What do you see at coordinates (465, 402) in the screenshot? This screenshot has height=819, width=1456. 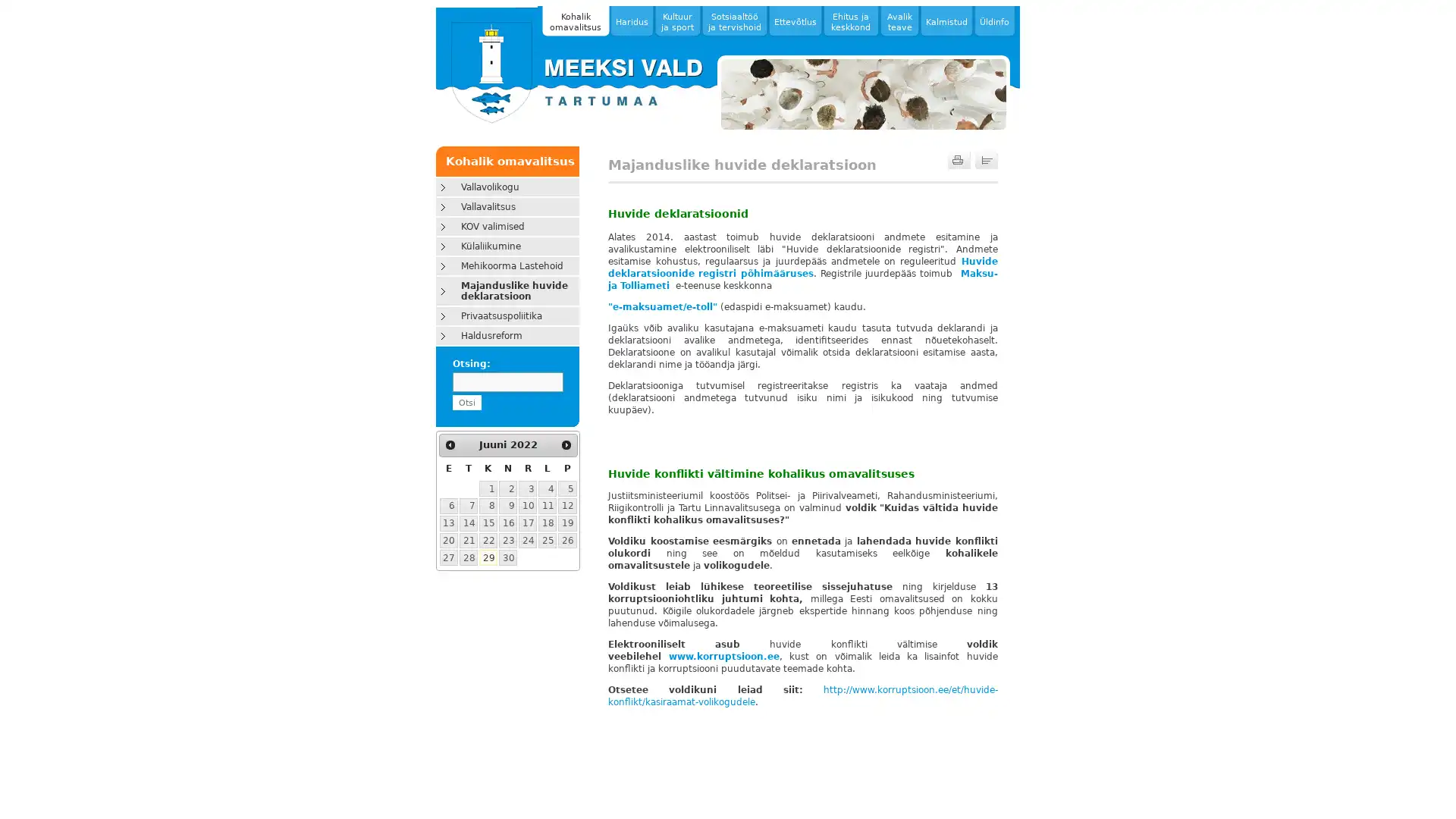 I see `Otsi` at bounding box center [465, 402].